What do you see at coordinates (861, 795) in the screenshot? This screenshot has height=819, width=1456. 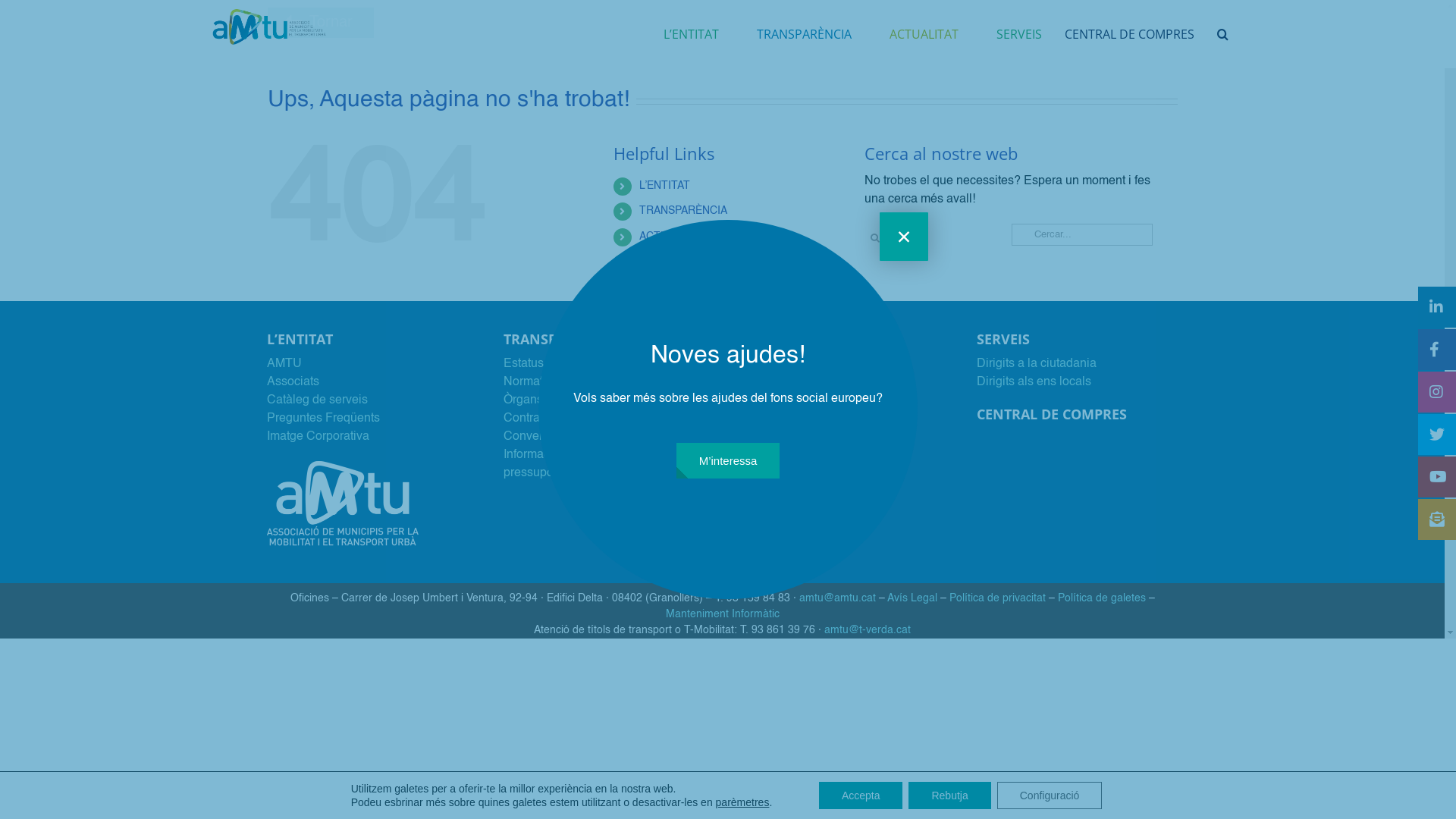 I see `'Accepta'` at bounding box center [861, 795].